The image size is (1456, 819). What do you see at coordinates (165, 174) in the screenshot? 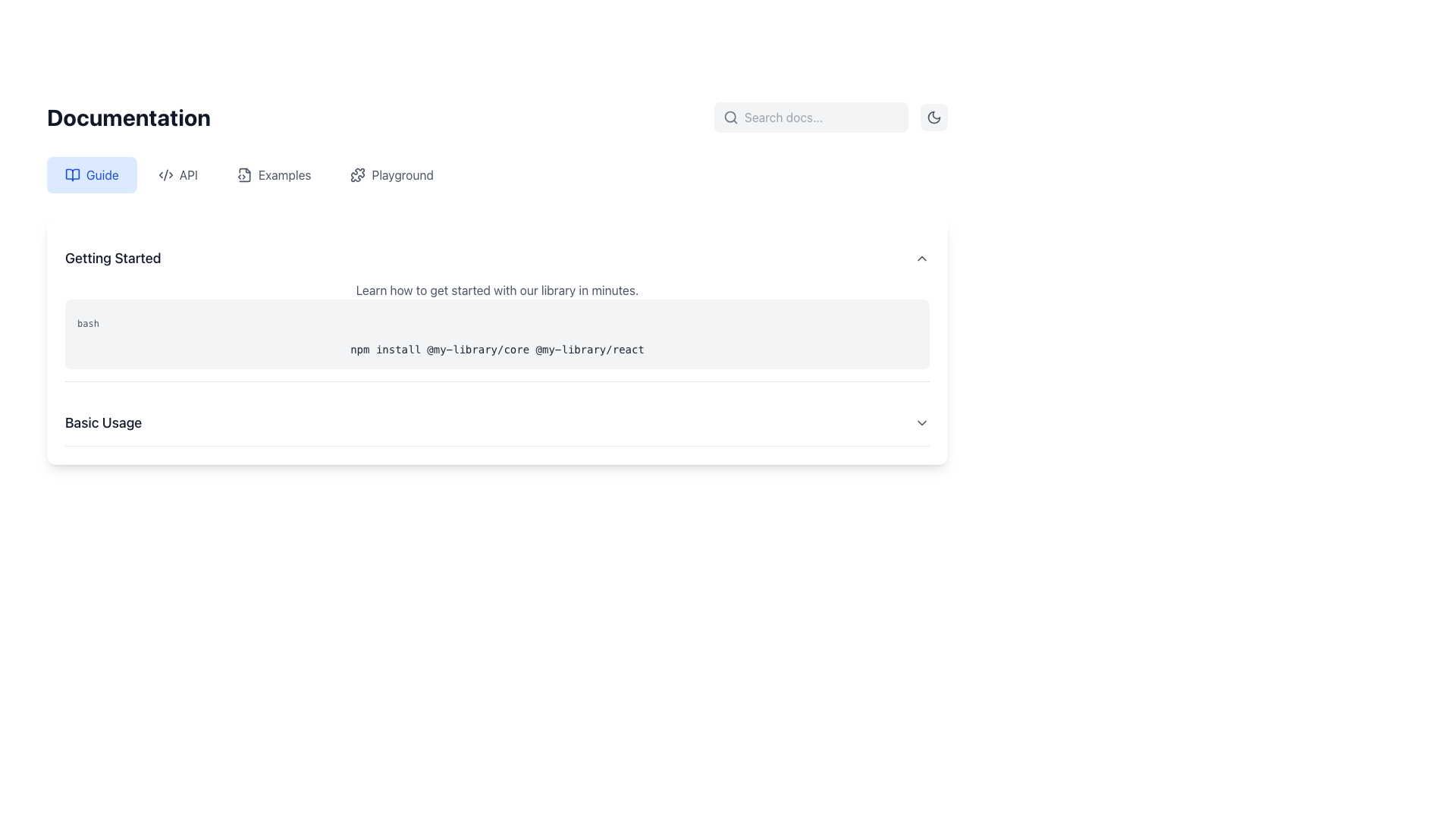
I see `the coding or programming-related icon that represents the 'API' section, located to the left of the text 'API' in the navigation menu at the top center of the interface` at bounding box center [165, 174].